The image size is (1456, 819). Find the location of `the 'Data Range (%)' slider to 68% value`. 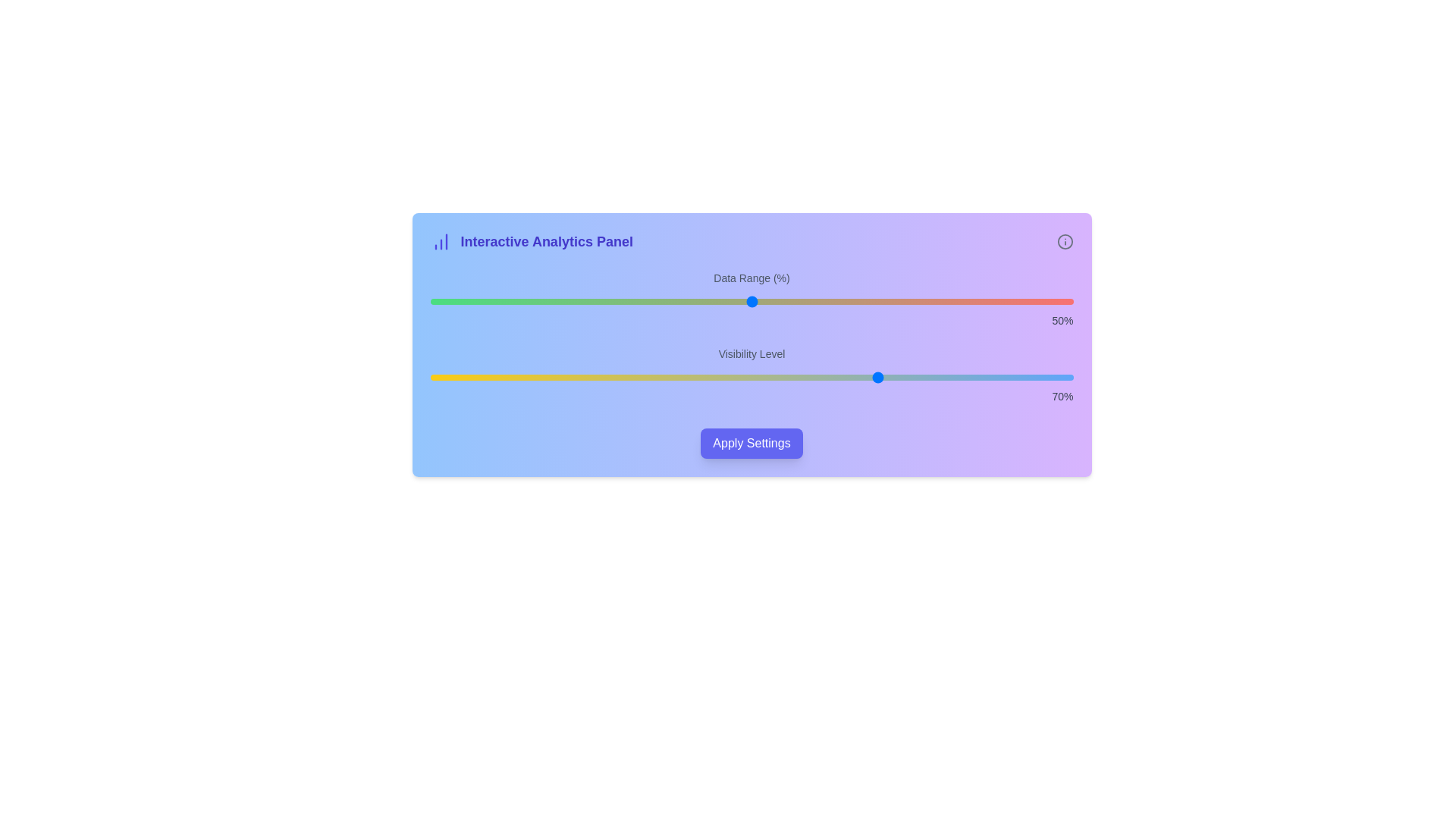

the 'Data Range (%)' slider to 68% value is located at coordinates (868, 301).